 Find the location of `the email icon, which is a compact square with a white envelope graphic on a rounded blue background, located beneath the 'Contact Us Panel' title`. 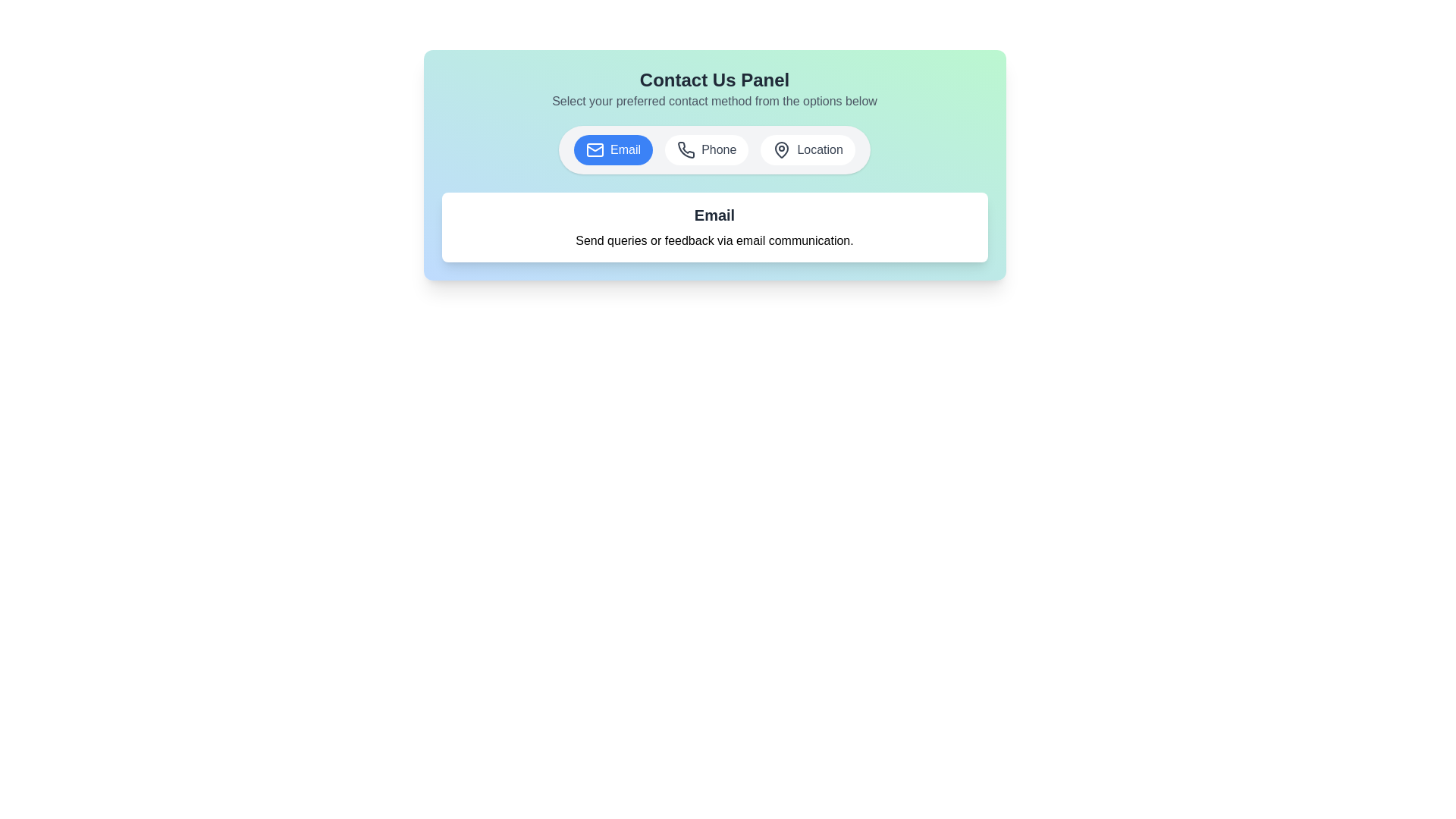

the email icon, which is a compact square with a white envelope graphic on a rounded blue background, located beneath the 'Contact Us Panel' title is located at coordinates (595, 149).